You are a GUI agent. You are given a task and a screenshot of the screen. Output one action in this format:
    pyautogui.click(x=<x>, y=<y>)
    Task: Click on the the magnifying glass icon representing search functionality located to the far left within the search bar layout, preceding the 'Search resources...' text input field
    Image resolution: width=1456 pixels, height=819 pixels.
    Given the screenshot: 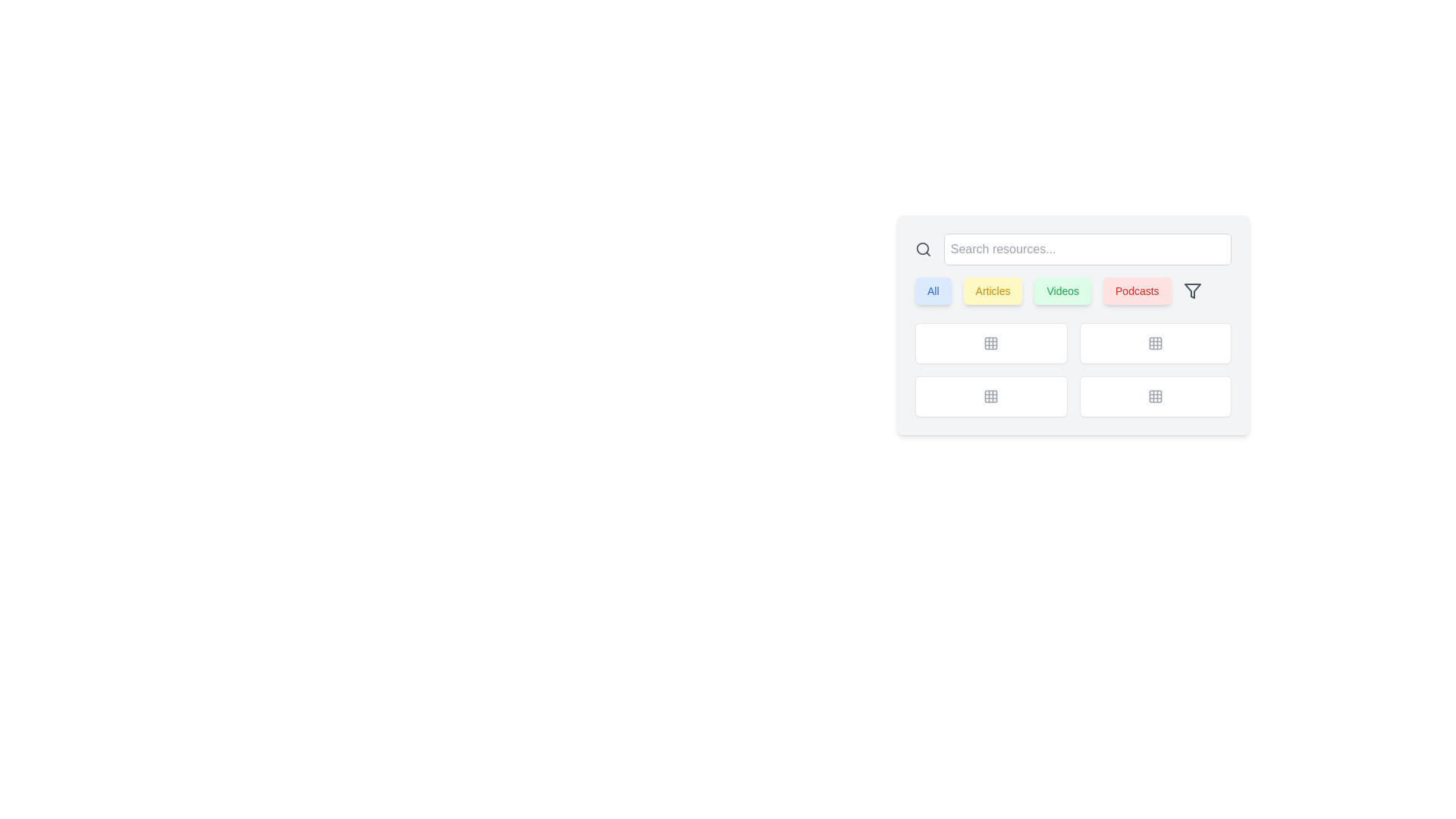 What is the action you would take?
    pyautogui.click(x=922, y=248)
    